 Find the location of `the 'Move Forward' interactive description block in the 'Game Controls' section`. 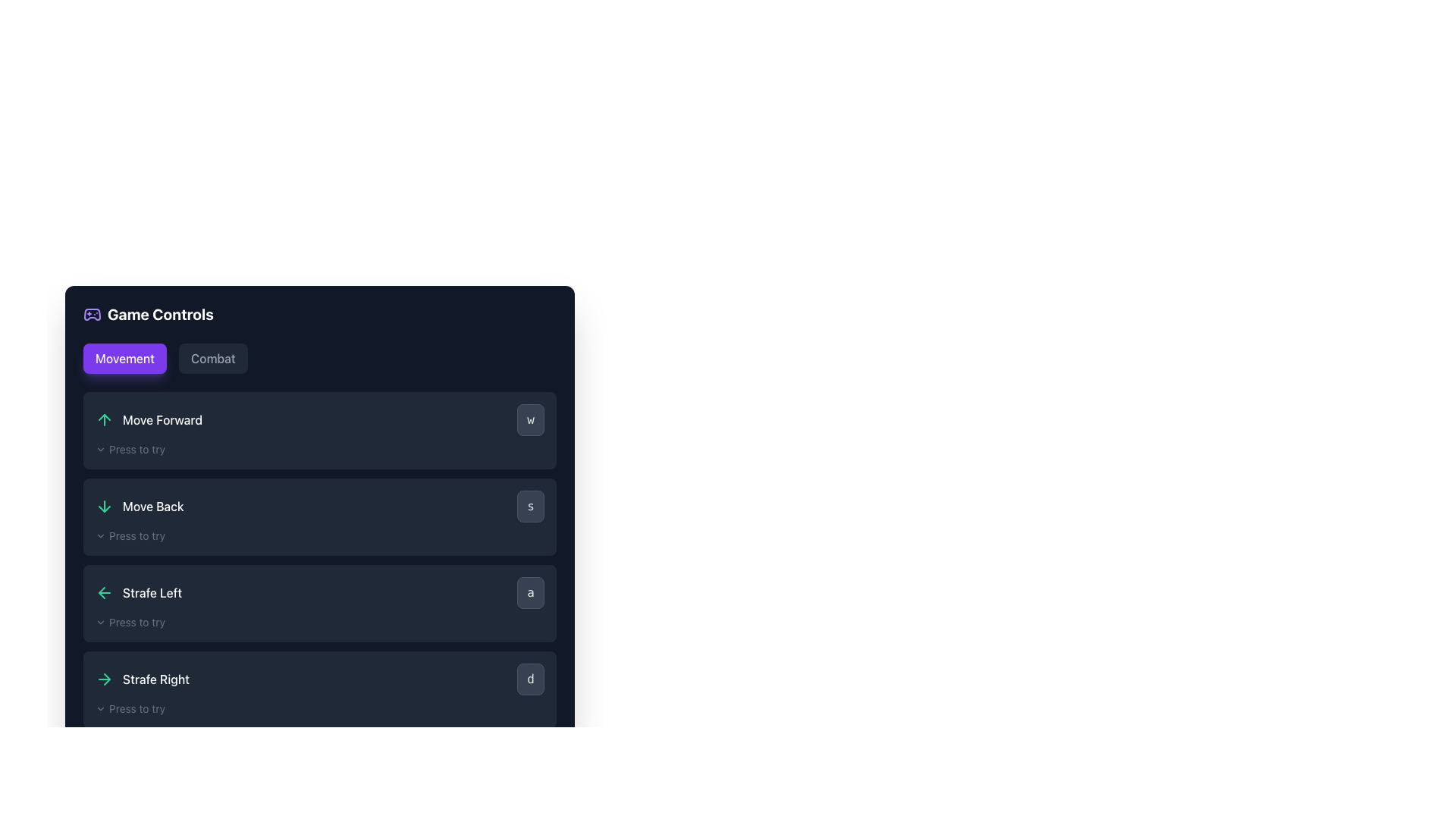

the 'Move Forward' interactive description block in the 'Game Controls' section is located at coordinates (319, 430).